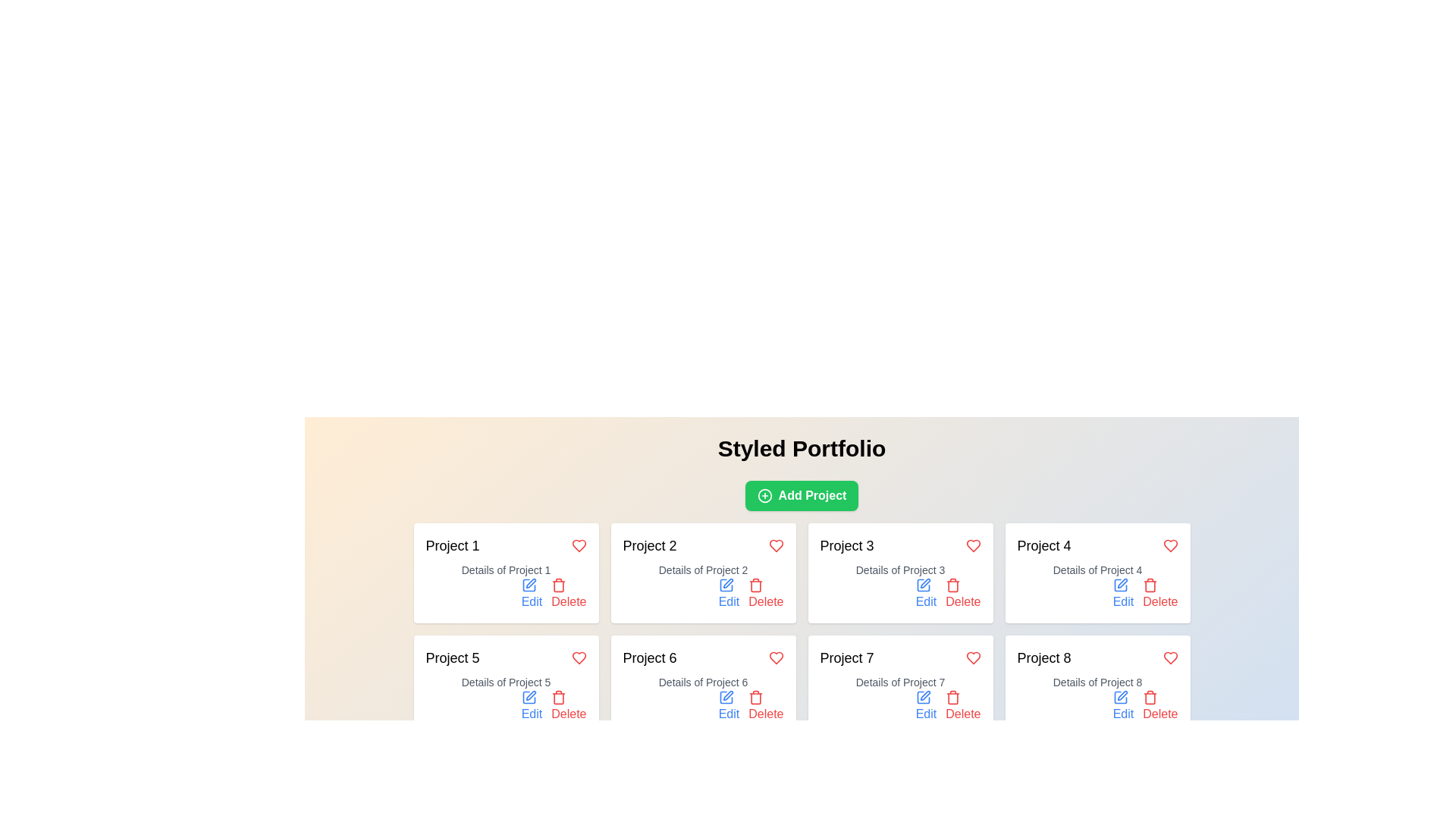 The height and width of the screenshot is (819, 1456). What do you see at coordinates (1169, 657) in the screenshot?
I see `the heart icon outlined in red located in the top-right corner of the Project 8 card` at bounding box center [1169, 657].